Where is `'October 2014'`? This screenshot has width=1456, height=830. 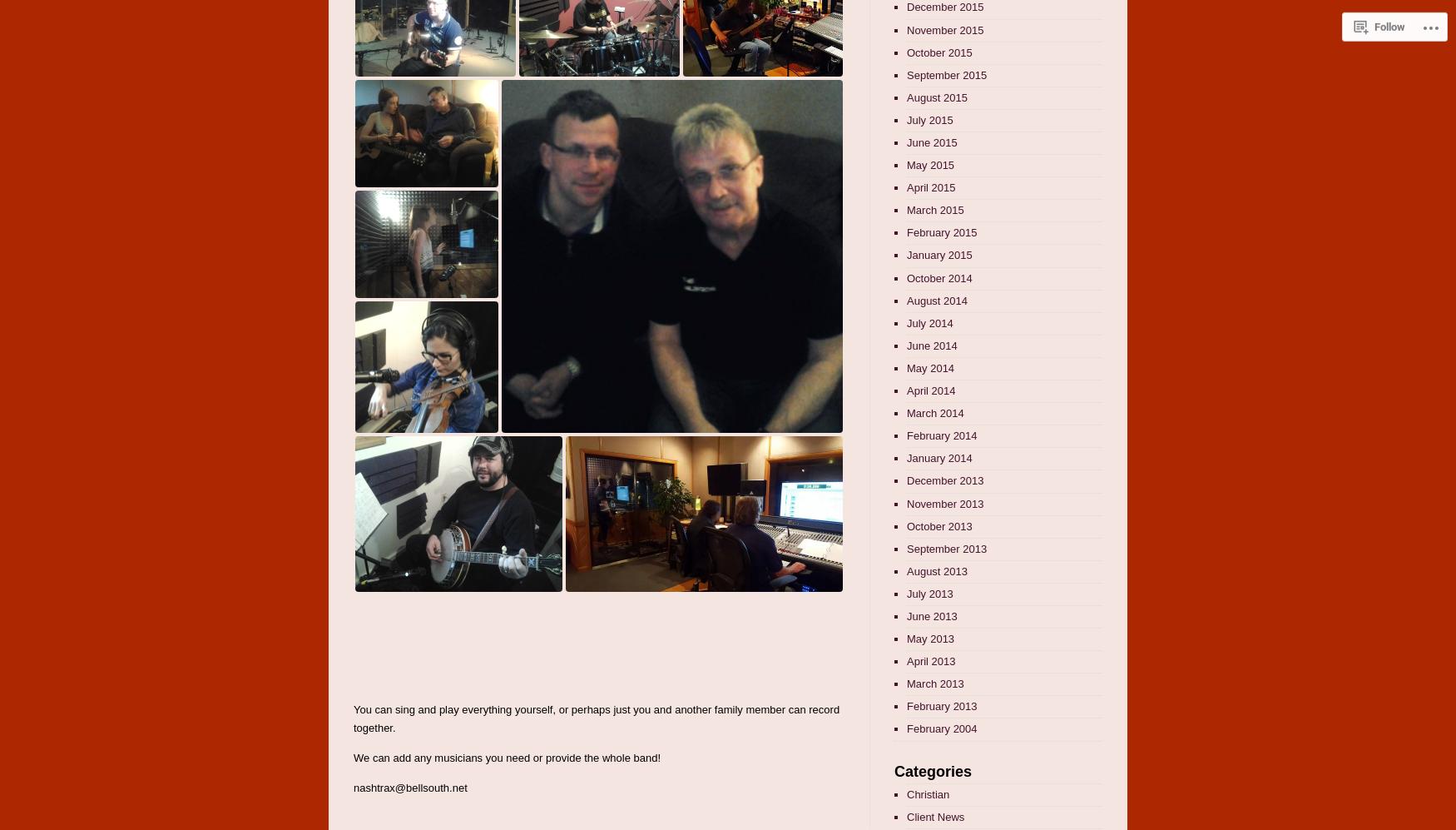
'October 2014' is located at coordinates (938, 276).